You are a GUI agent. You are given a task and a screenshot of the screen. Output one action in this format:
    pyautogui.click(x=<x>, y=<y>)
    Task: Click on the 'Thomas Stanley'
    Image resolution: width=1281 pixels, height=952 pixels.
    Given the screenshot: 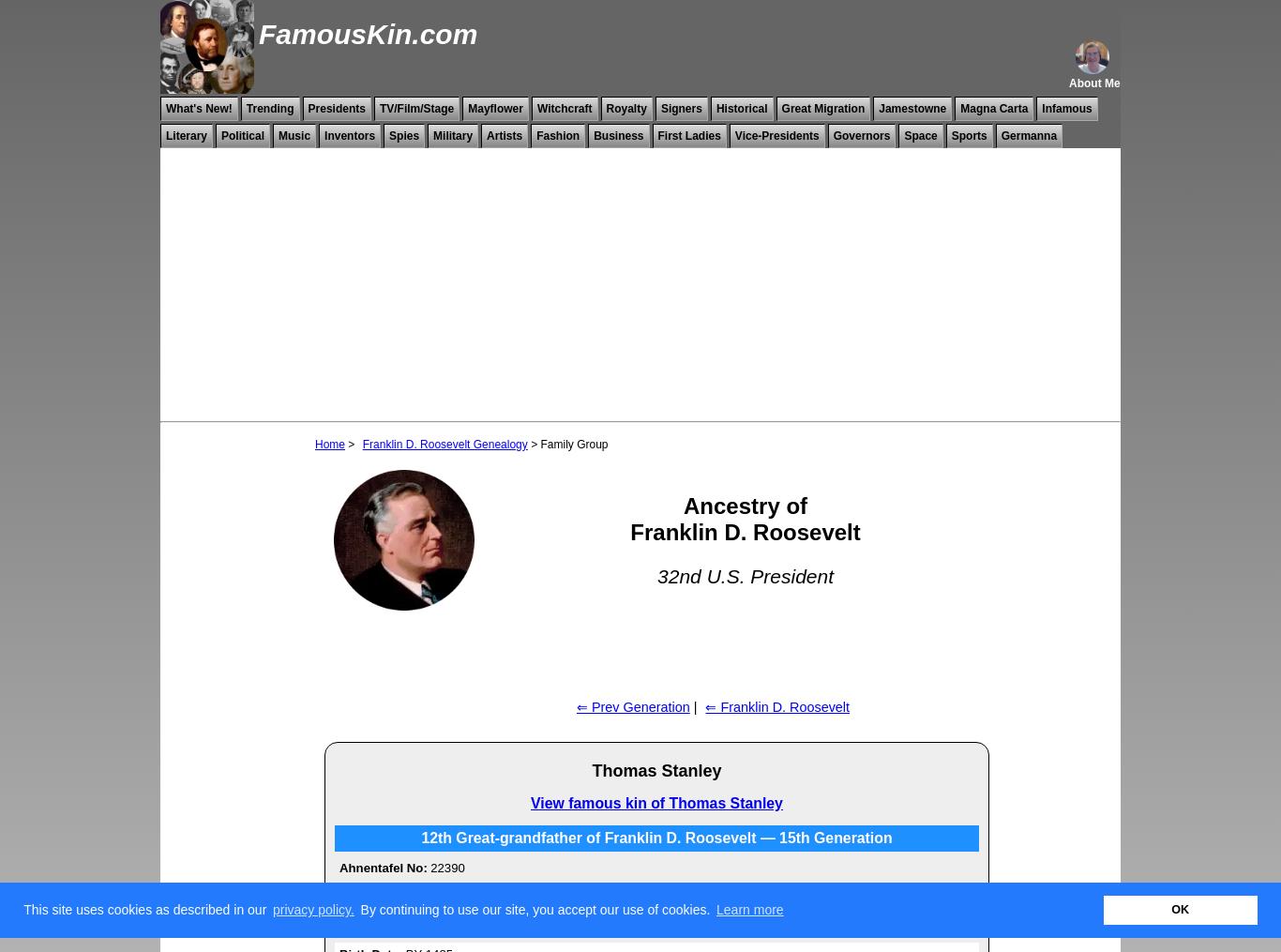 What is the action you would take?
    pyautogui.click(x=656, y=770)
    